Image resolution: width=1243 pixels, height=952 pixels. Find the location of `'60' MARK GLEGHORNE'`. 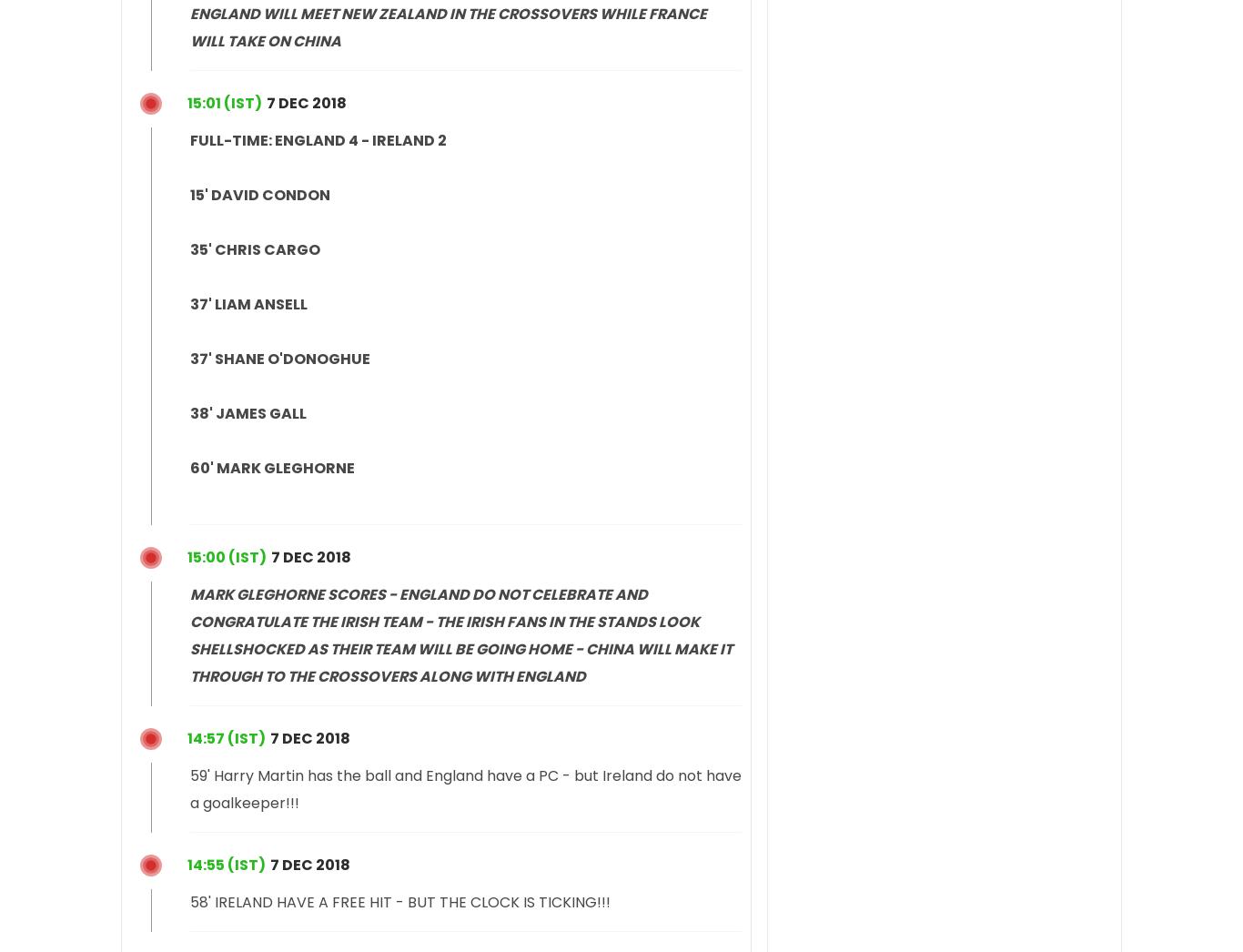

'60' MARK GLEGHORNE' is located at coordinates (188, 467).